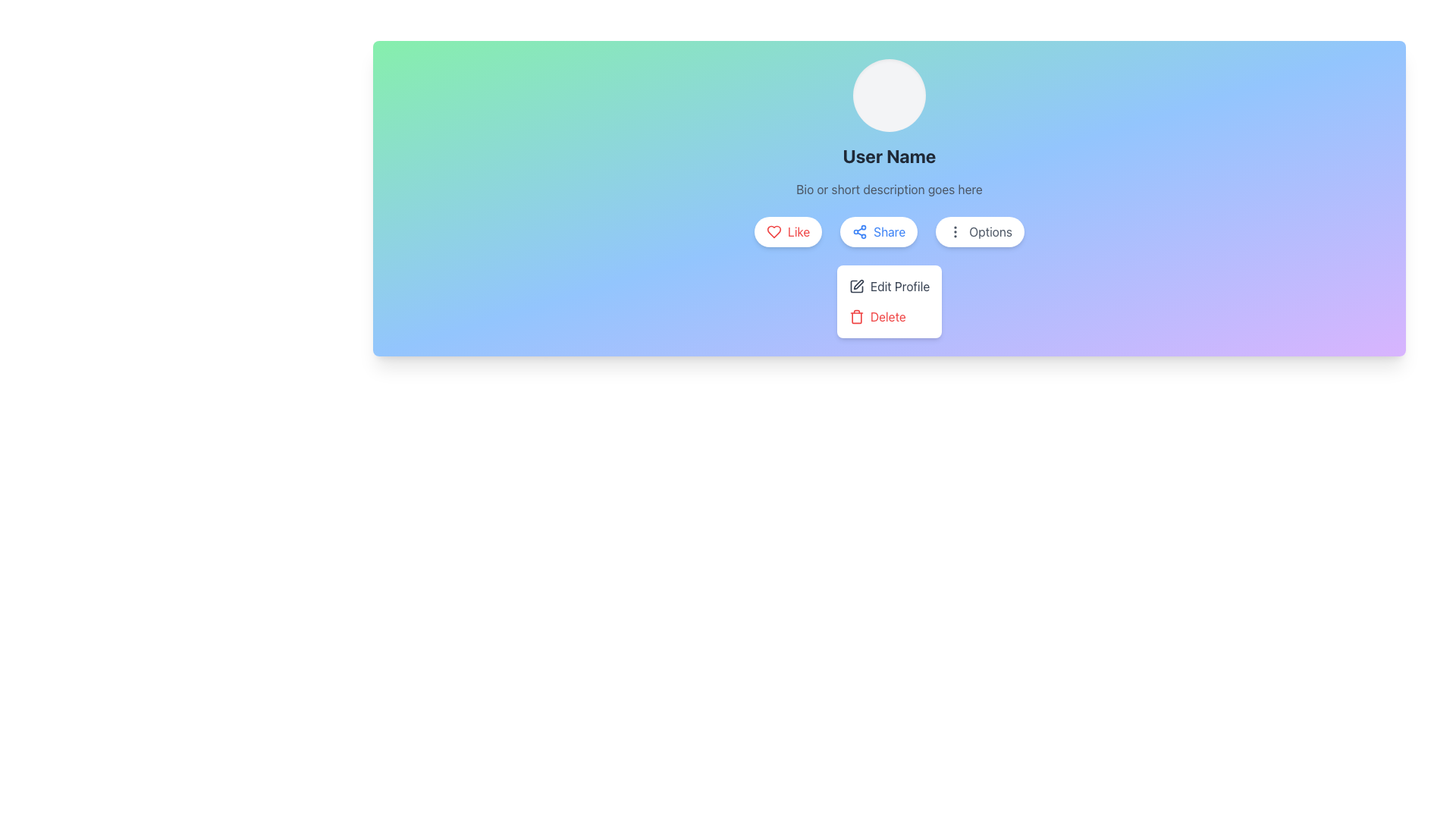 The height and width of the screenshot is (819, 1456). Describe the element at coordinates (788, 231) in the screenshot. I see `the 'Like' button, which features a heart icon and red text` at that location.